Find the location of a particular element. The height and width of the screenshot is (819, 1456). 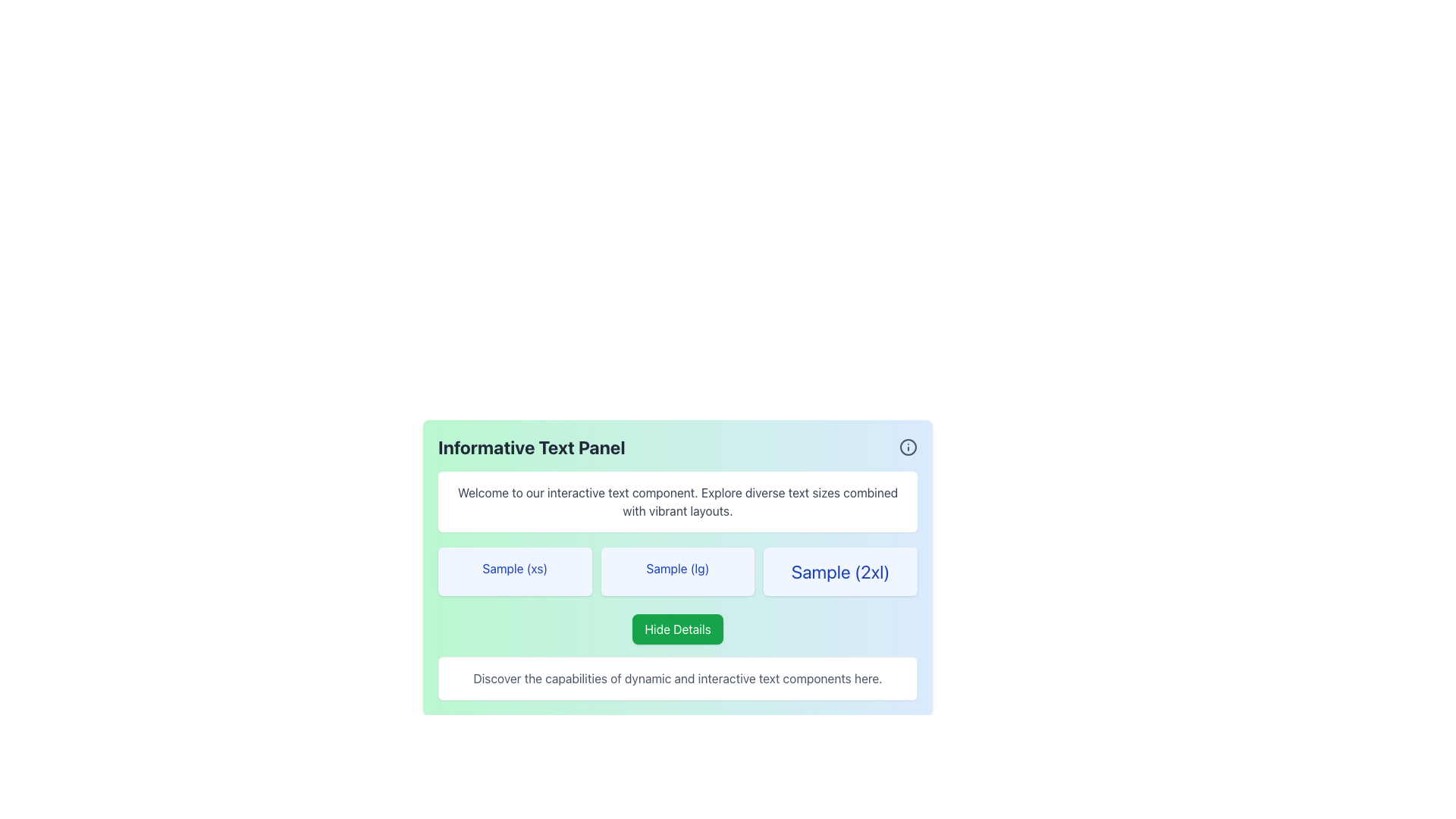

the 'Sample (lg)' button, which is a rectangular button with a light blue background and bold blue text, located centrally between 'Sample (xs)' and 'Sample (2xl)' is located at coordinates (676, 571).